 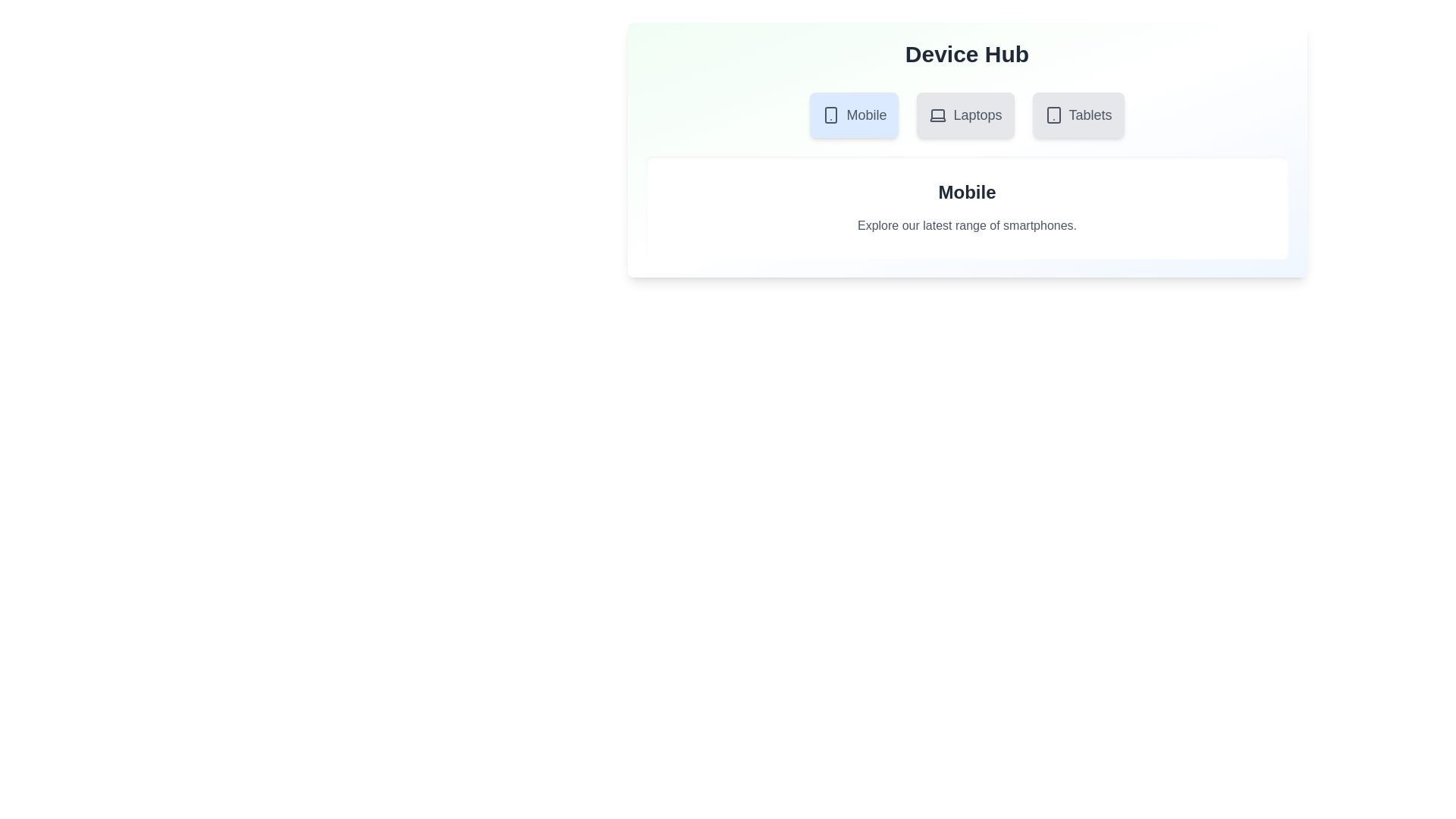 What do you see at coordinates (965, 114) in the screenshot?
I see `the tab labeled Laptops to inspect its visual styles` at bounding box center [965, 114].